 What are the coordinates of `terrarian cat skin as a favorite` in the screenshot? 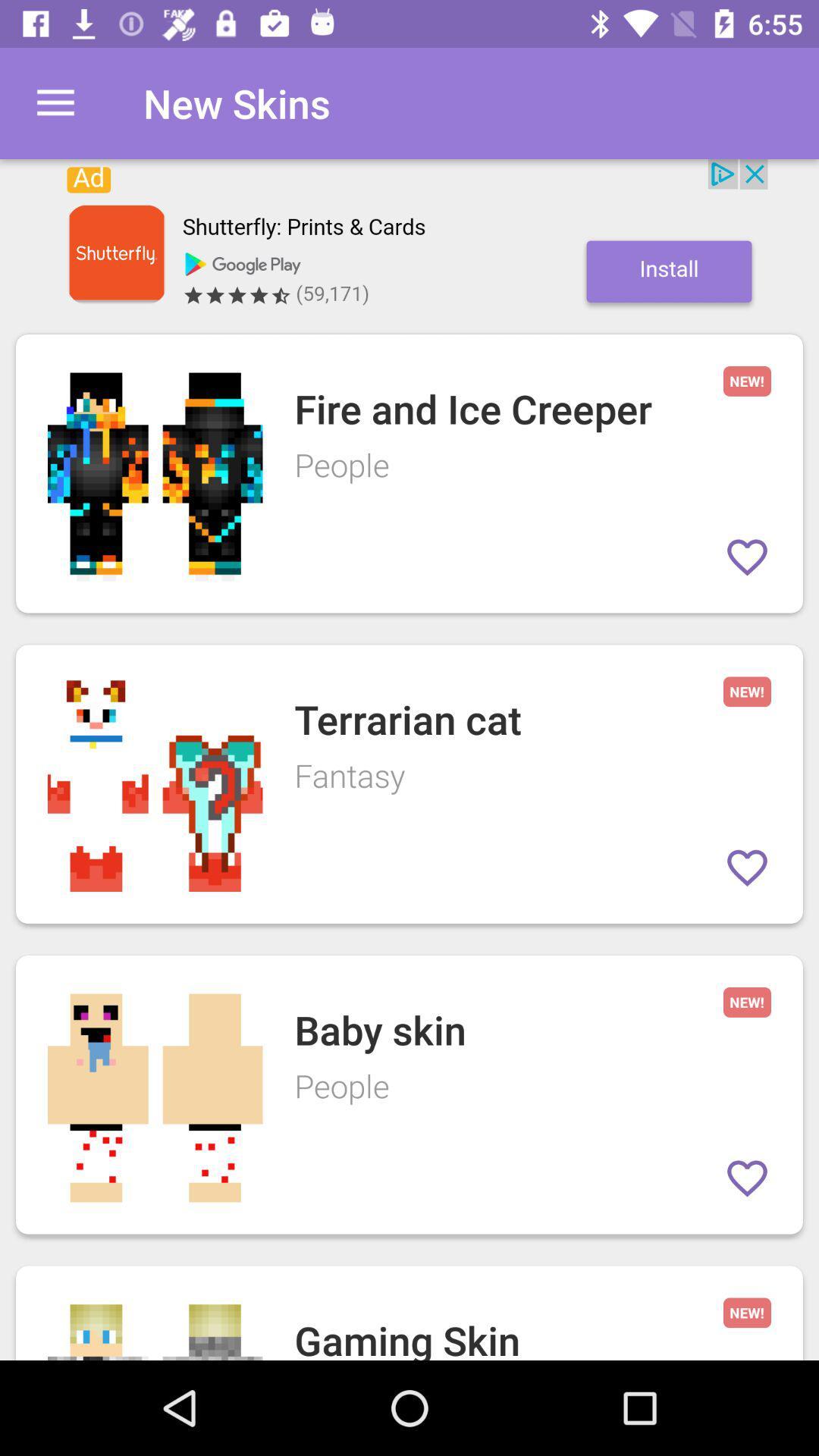 It's located at (746, 868).